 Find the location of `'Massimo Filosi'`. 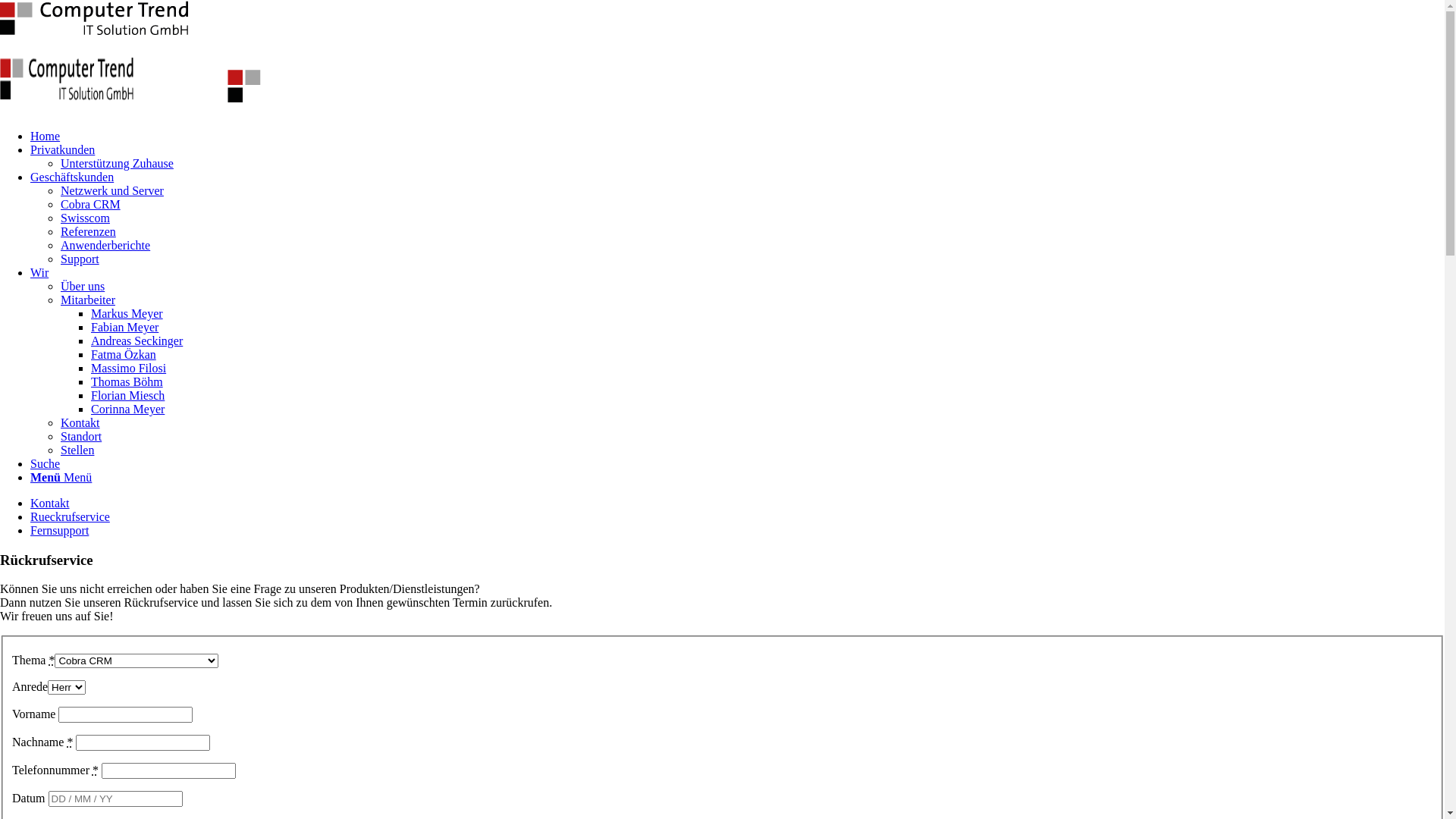

'Massimo Filosi' is located at coordinates (128, 368).